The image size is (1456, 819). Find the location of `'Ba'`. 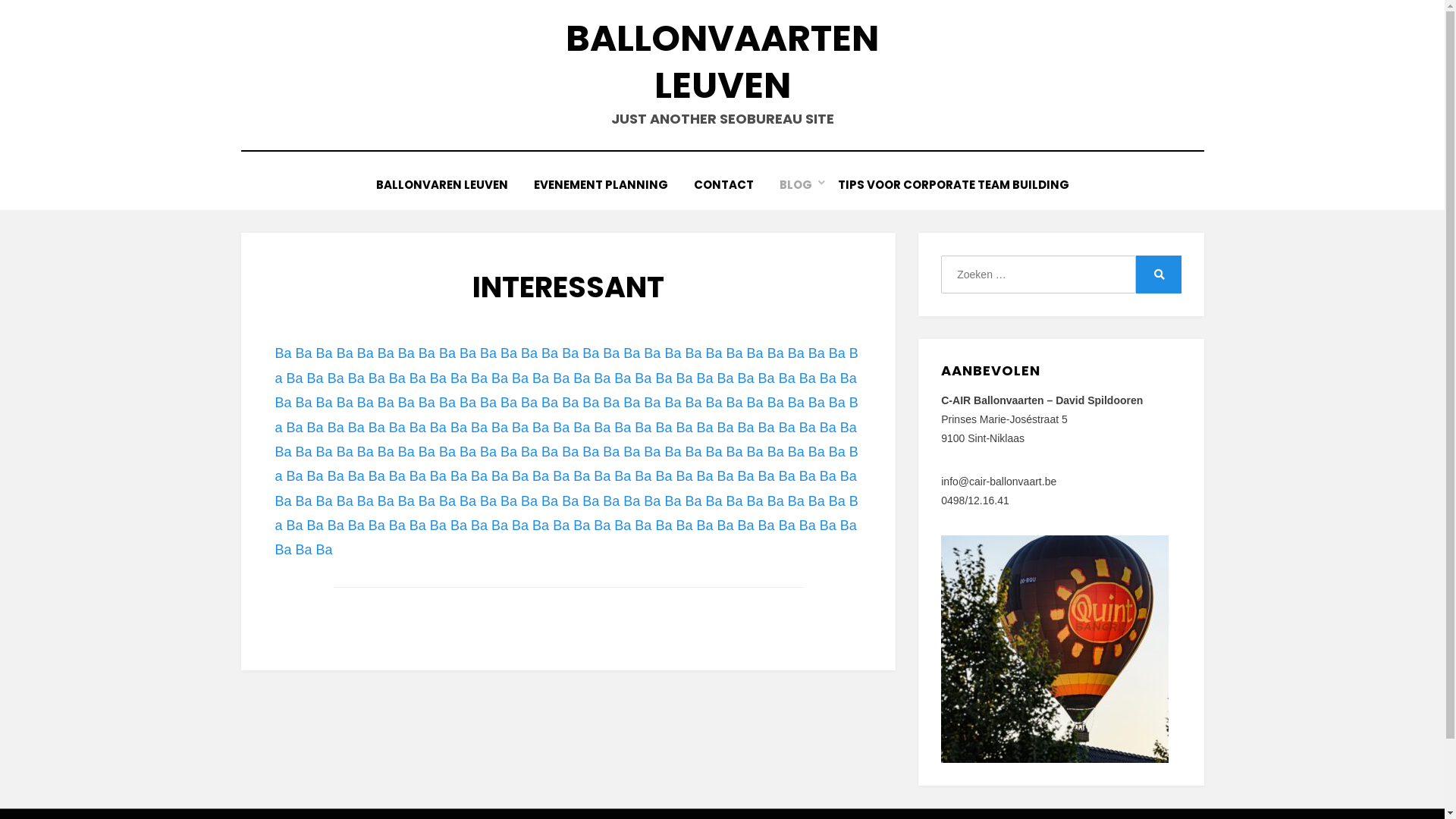

'Ba' is located at coordinates (755, 402).